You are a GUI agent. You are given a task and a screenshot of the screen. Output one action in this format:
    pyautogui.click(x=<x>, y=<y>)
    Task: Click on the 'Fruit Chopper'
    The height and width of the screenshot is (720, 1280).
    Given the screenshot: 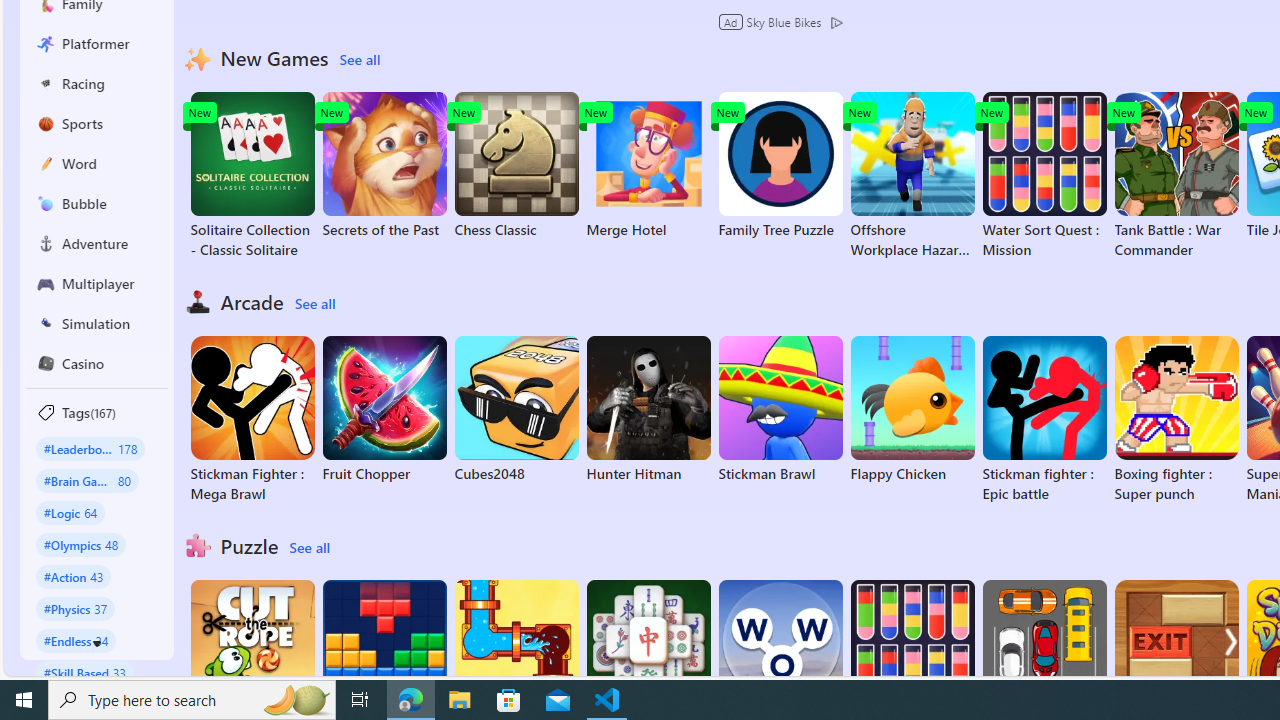 What is the action you would take?
    pyautogui.click(x=384, y=409)
    